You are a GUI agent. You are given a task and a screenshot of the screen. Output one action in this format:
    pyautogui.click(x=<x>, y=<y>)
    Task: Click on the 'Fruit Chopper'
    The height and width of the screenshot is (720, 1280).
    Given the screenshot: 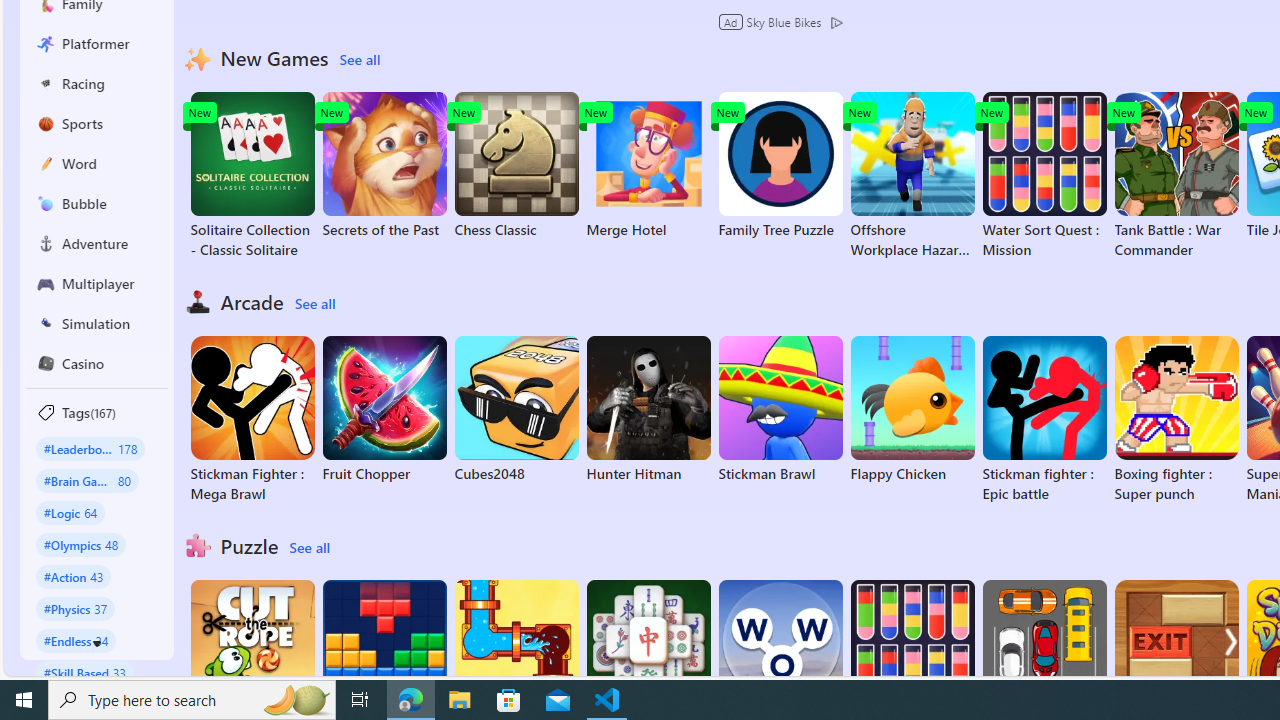 What is the action you would take?
    pyautogui.click(x=384, y=409)
    